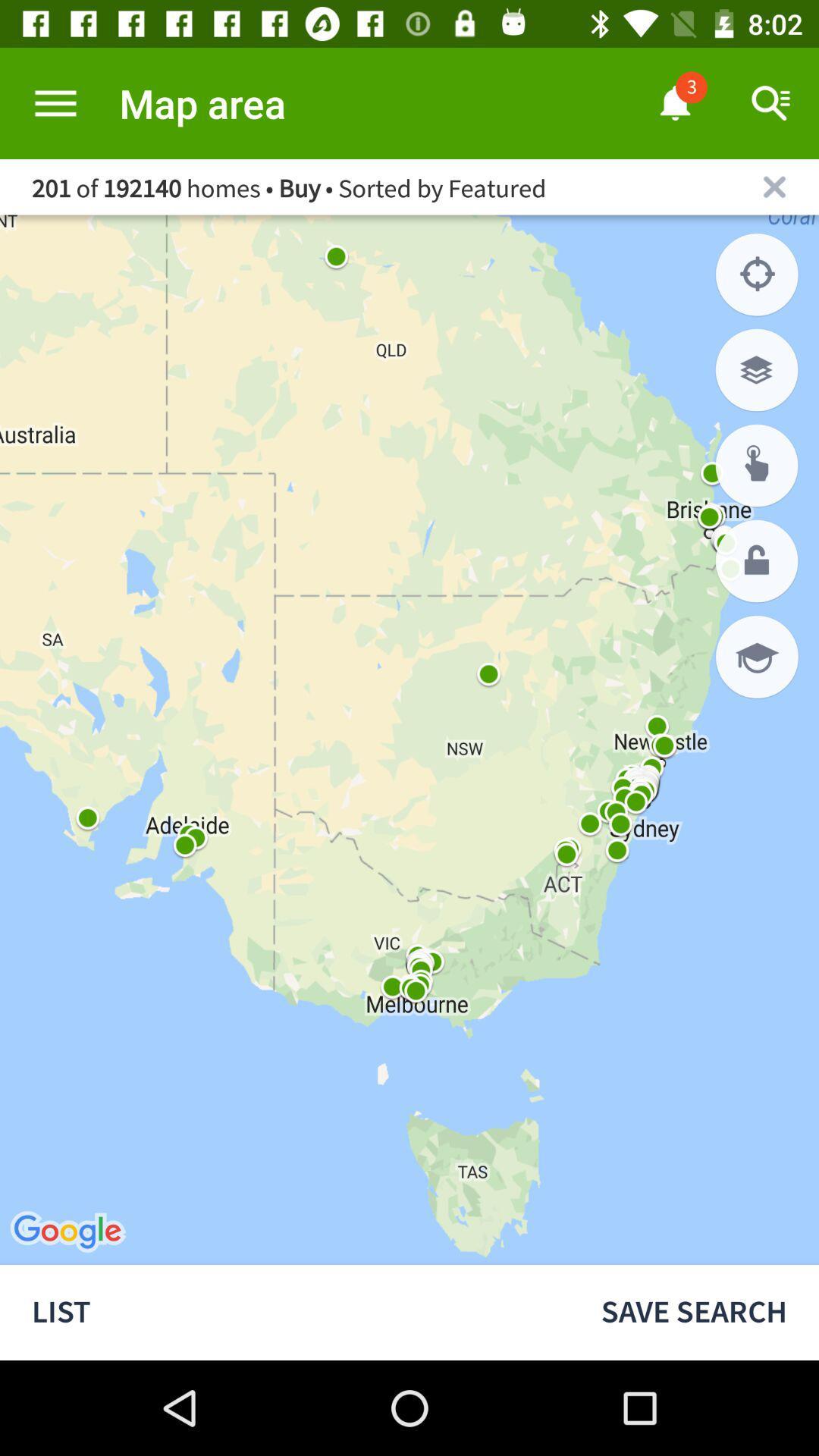 The width and height of the screenshot is (819, 1456). I want to click on the app to the left of map area, so click(55, 102).